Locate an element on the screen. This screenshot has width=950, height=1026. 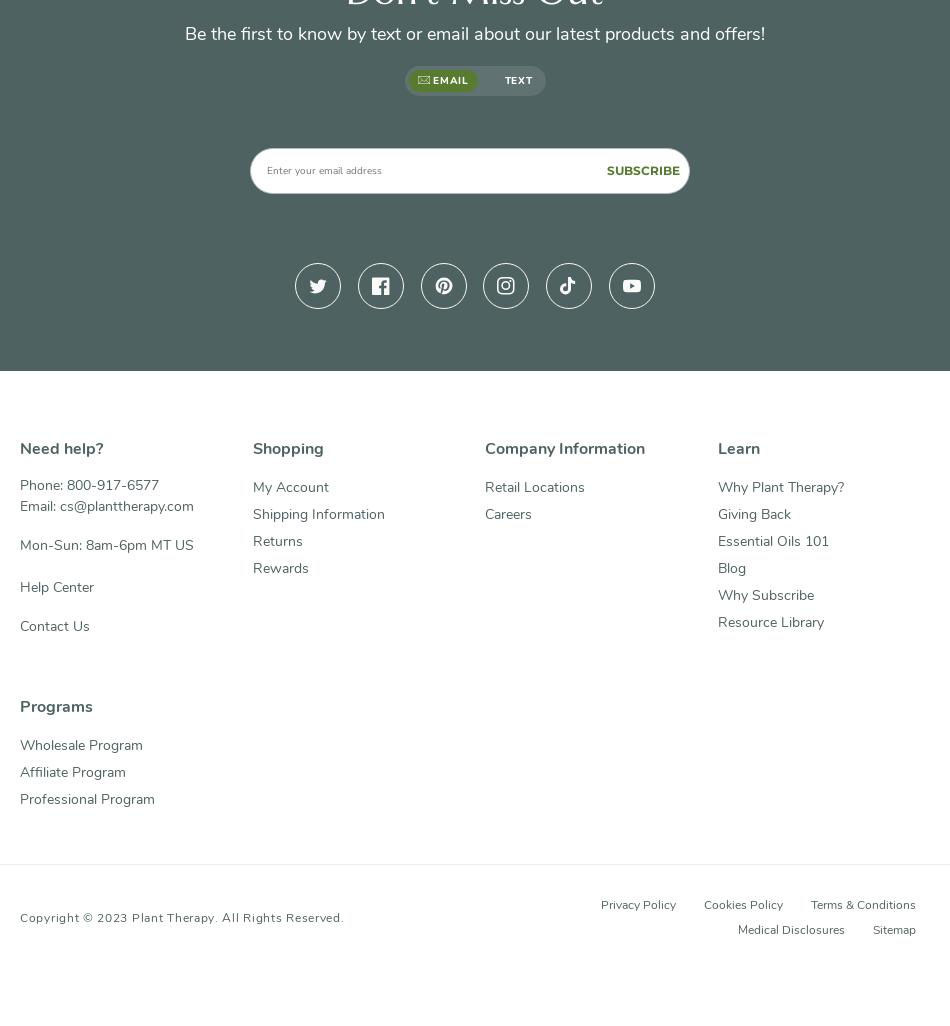
'Rewards' is located at coordinates (278, 567).